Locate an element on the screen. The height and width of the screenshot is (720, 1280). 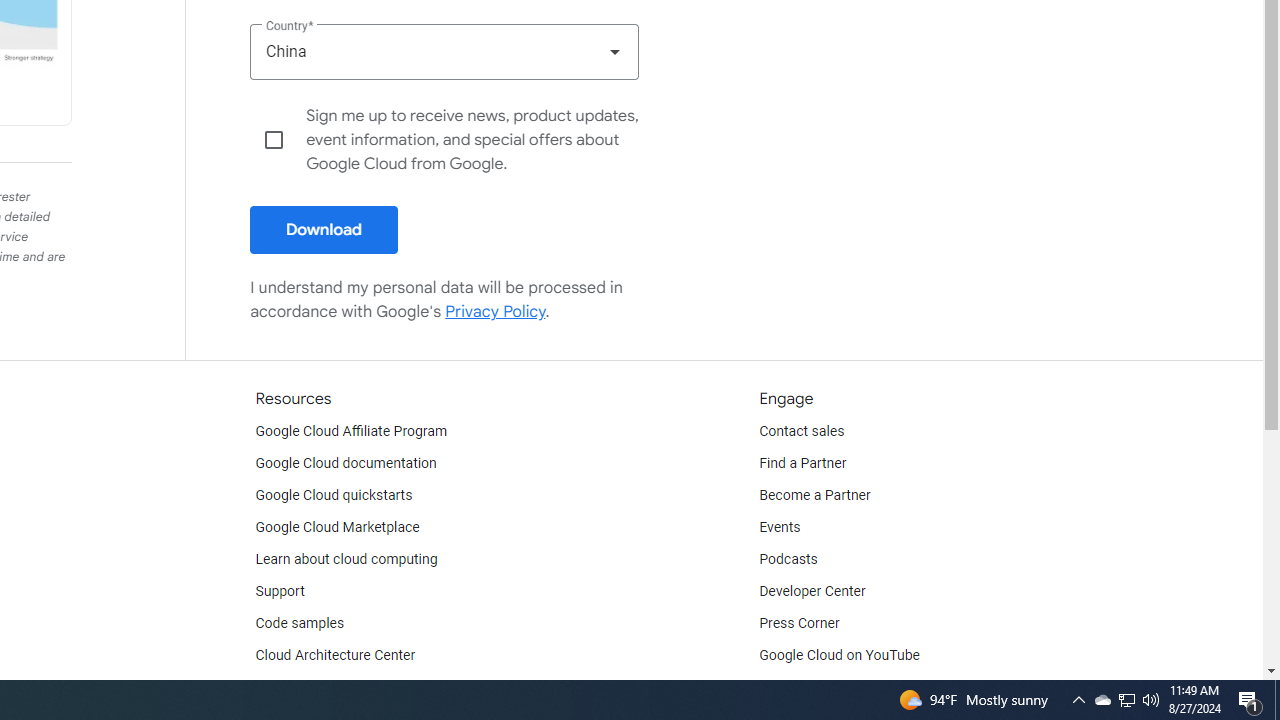
'Code samples' is located at coordinates (299, 622).